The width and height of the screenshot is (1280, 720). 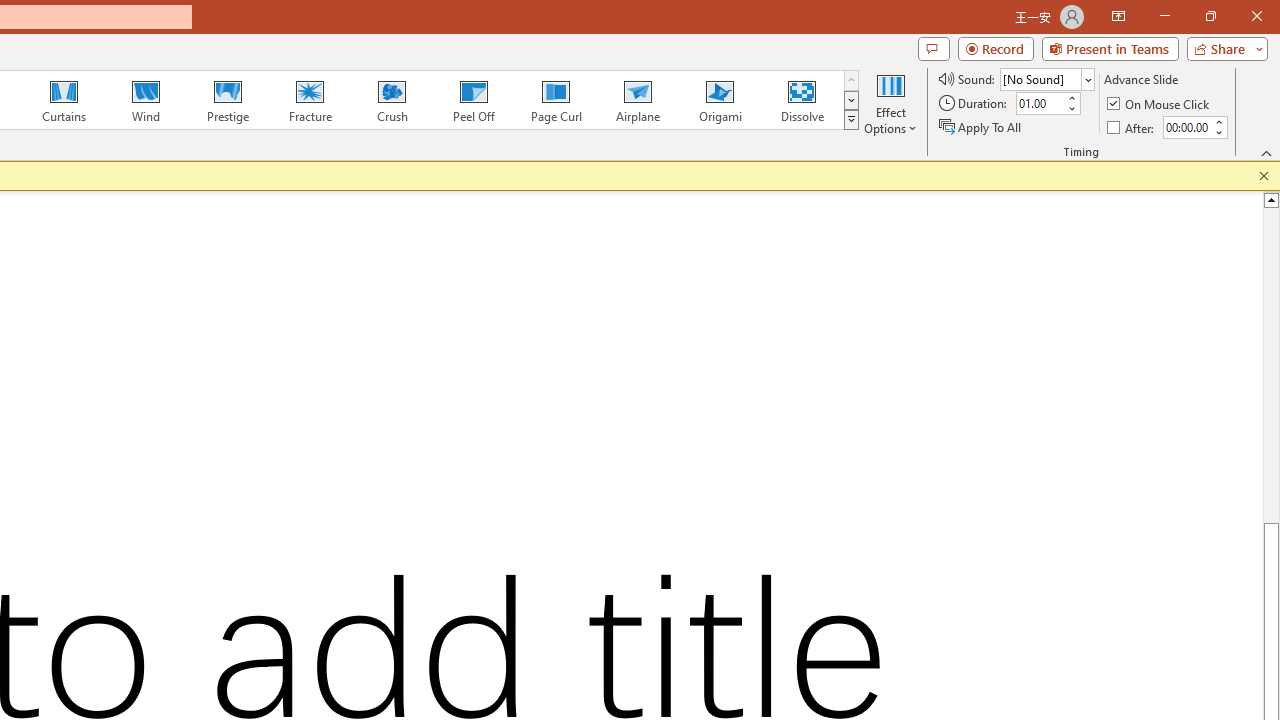 What do you see at coordinates (227, 100) in the screenshot?
I see `'Prestige'` at bounding box center [227, 100].